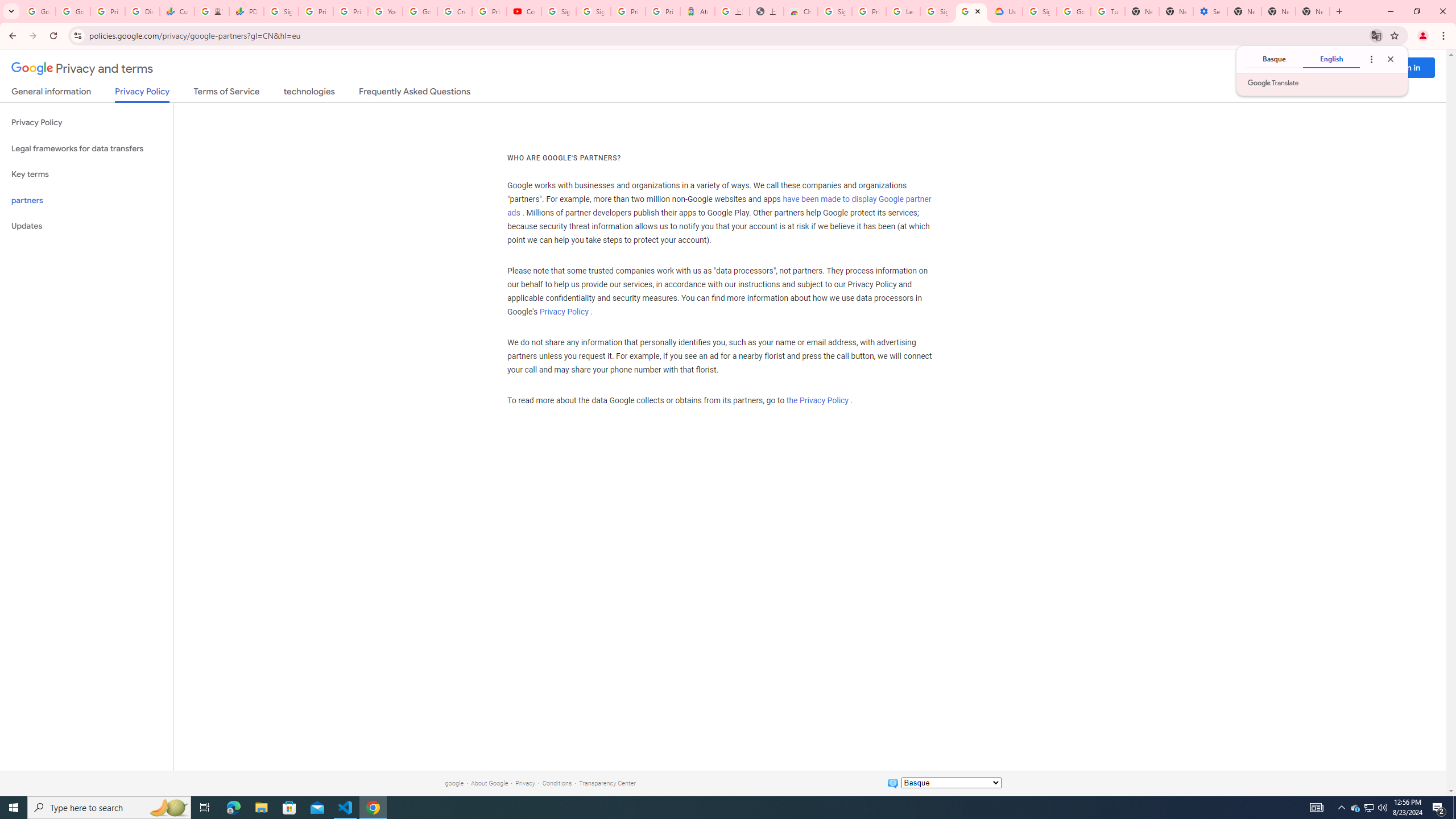 The height and width of the screenshot is (819, 1456). Describe the element at coordinates (1454, 806) in the screenshot. I see `'Show desktop'` at that location.